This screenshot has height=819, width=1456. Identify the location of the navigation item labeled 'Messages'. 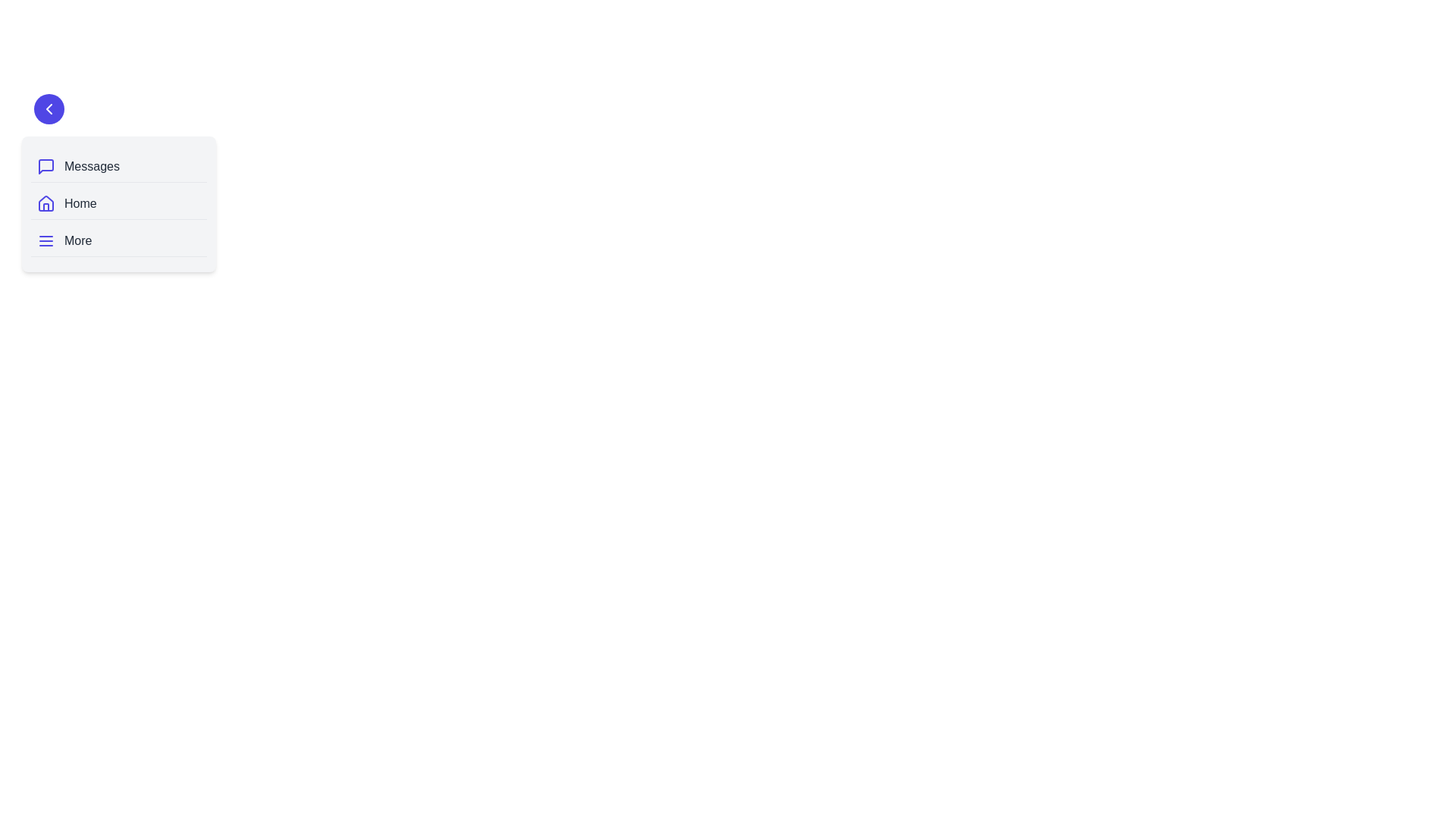
(118, 167).